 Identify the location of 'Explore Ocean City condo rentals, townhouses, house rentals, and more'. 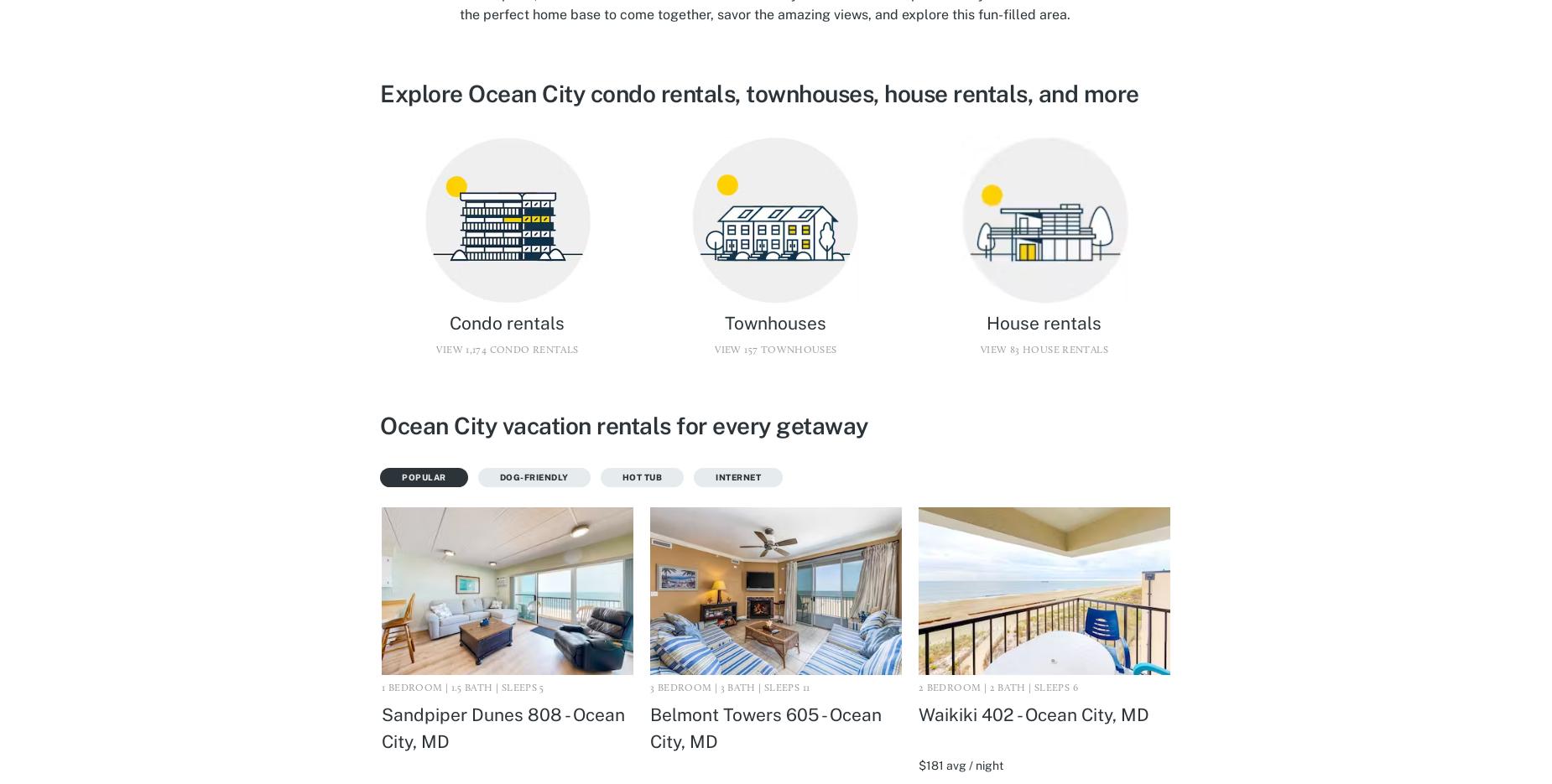
(759, 91).